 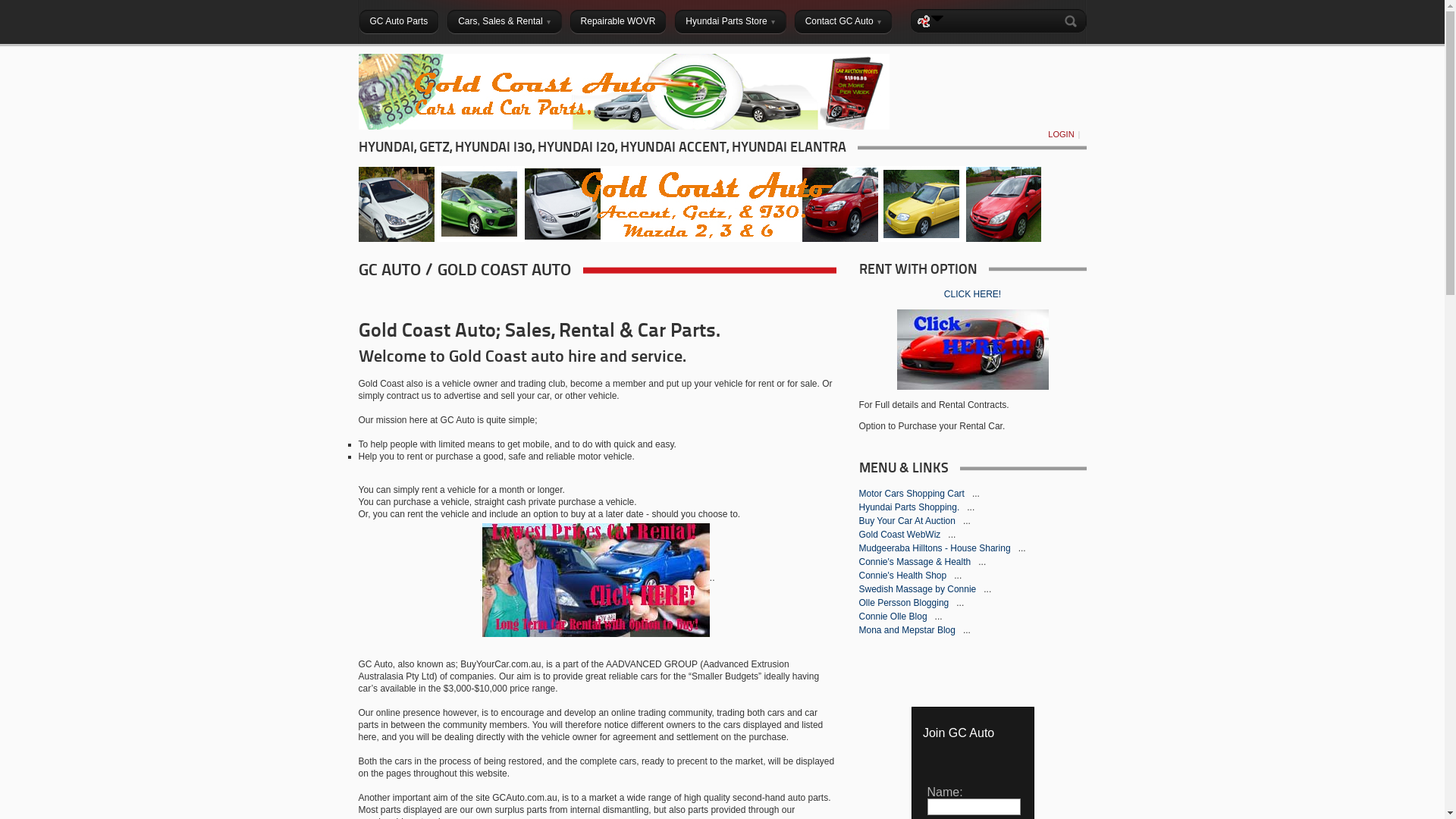 I want to click on 'Search', so click(x=1061, y=20).